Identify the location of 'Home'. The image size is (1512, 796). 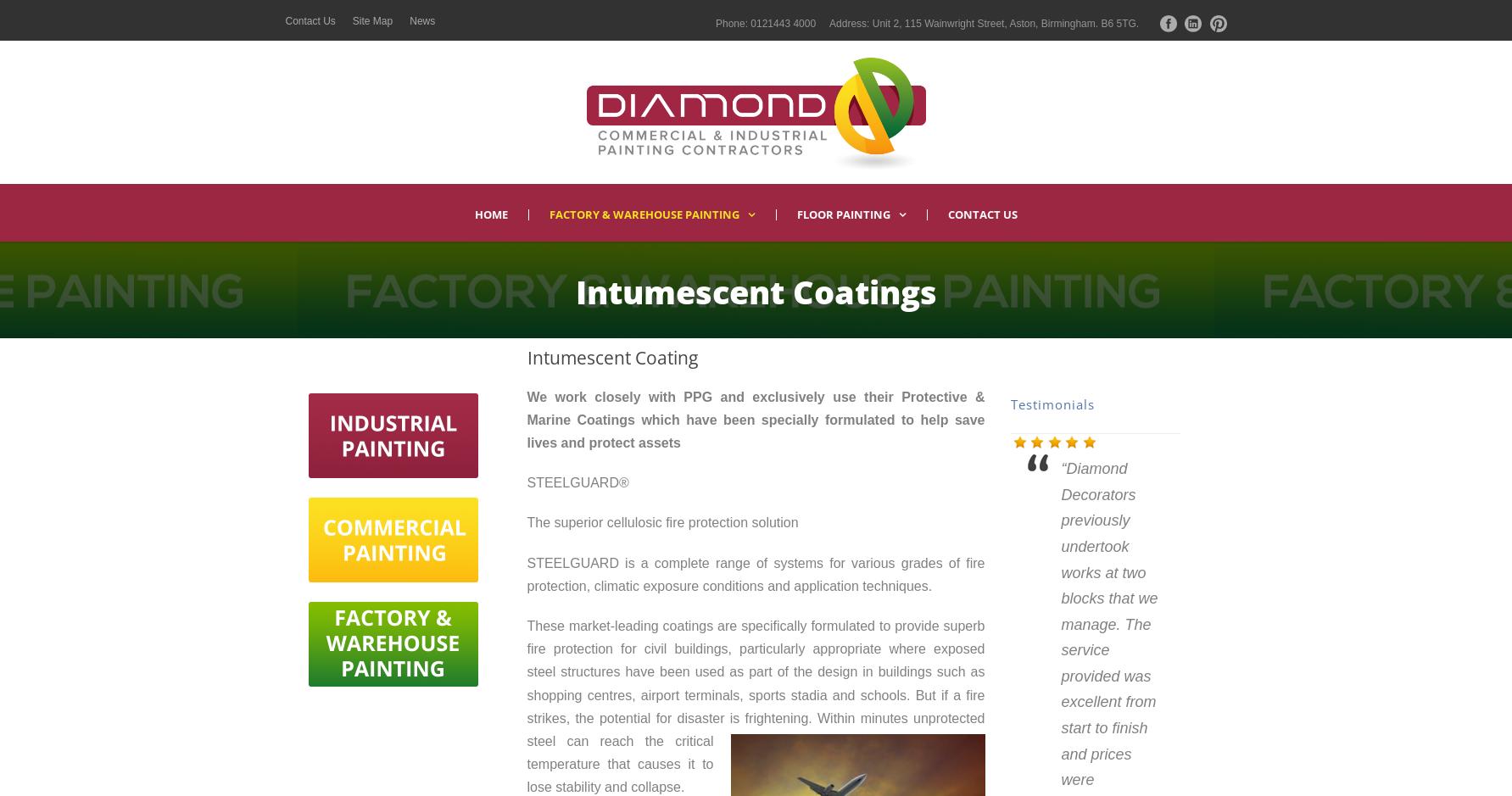
(489, 214).